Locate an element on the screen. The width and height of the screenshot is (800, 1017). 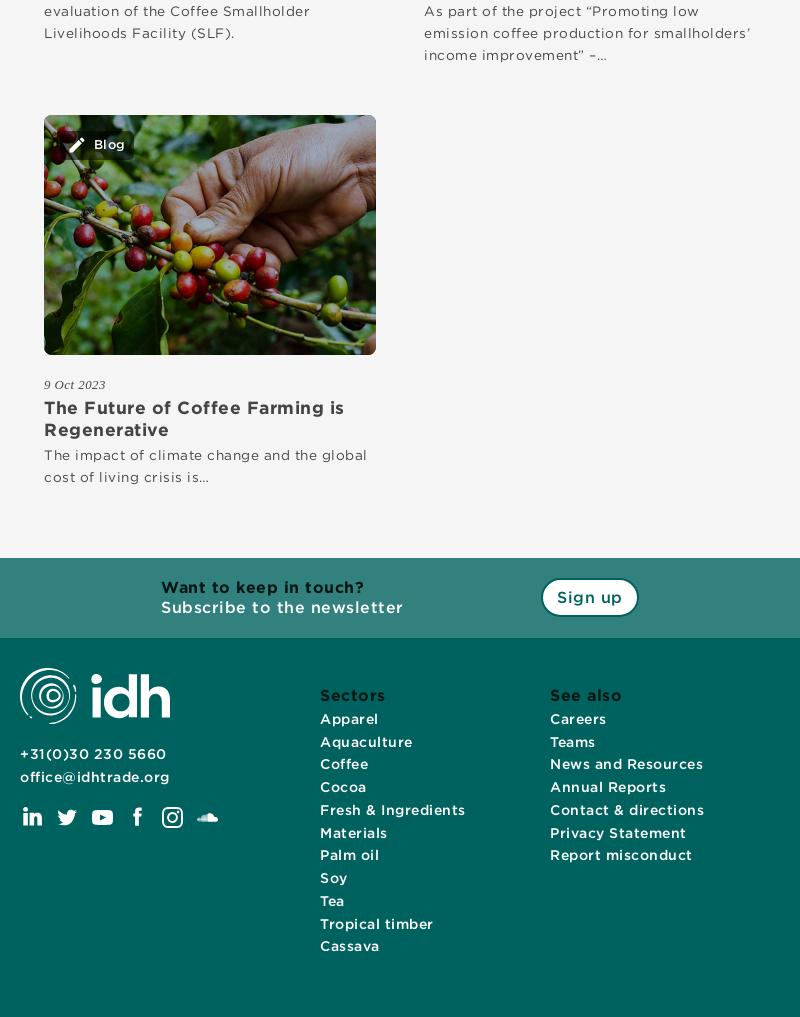
'Teams' is located at coordinates (571, 740).